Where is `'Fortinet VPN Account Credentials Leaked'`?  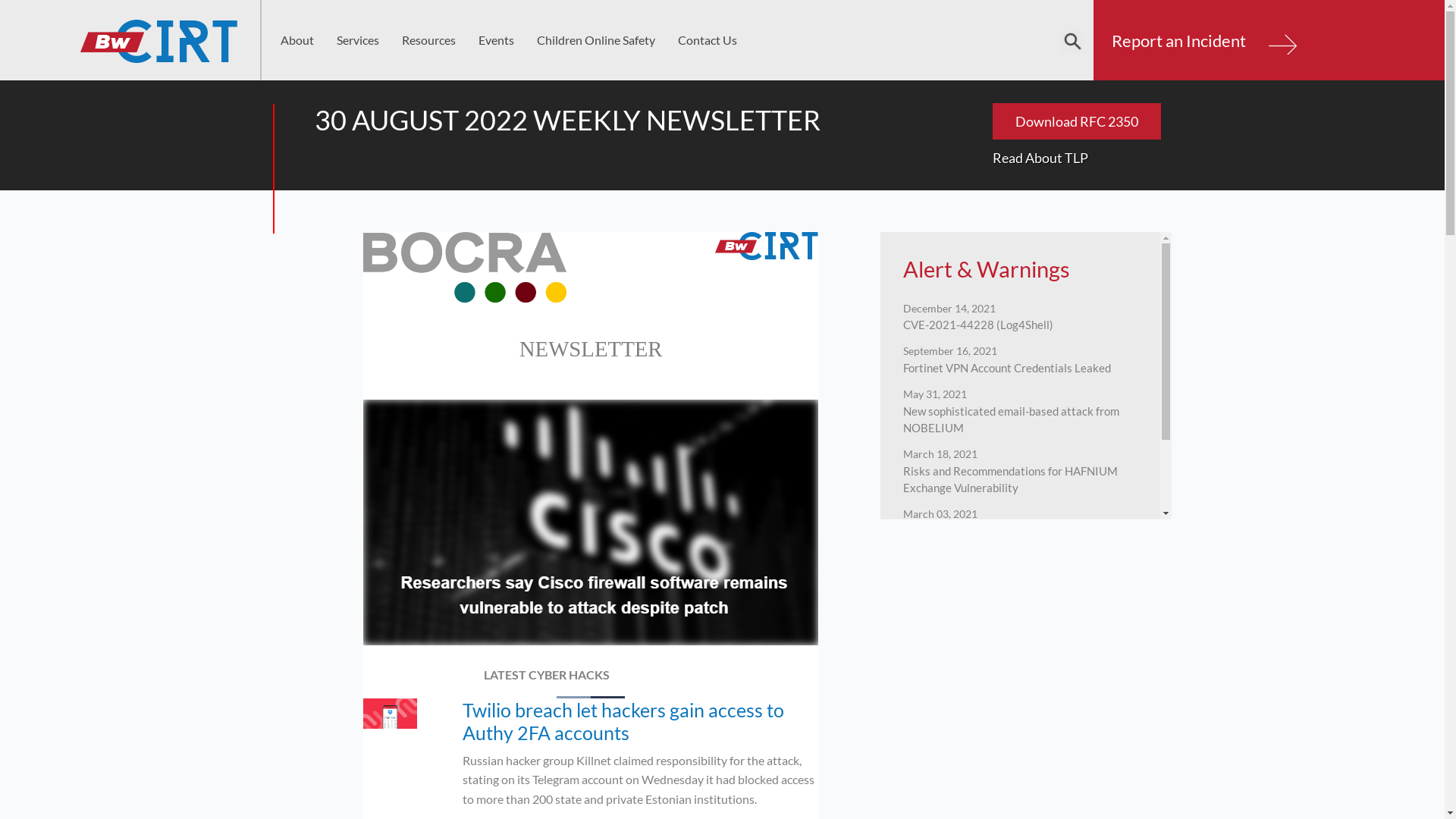
'Fortinet VPN Account Credentials Leaked' is located at coordinates (1007, 365).